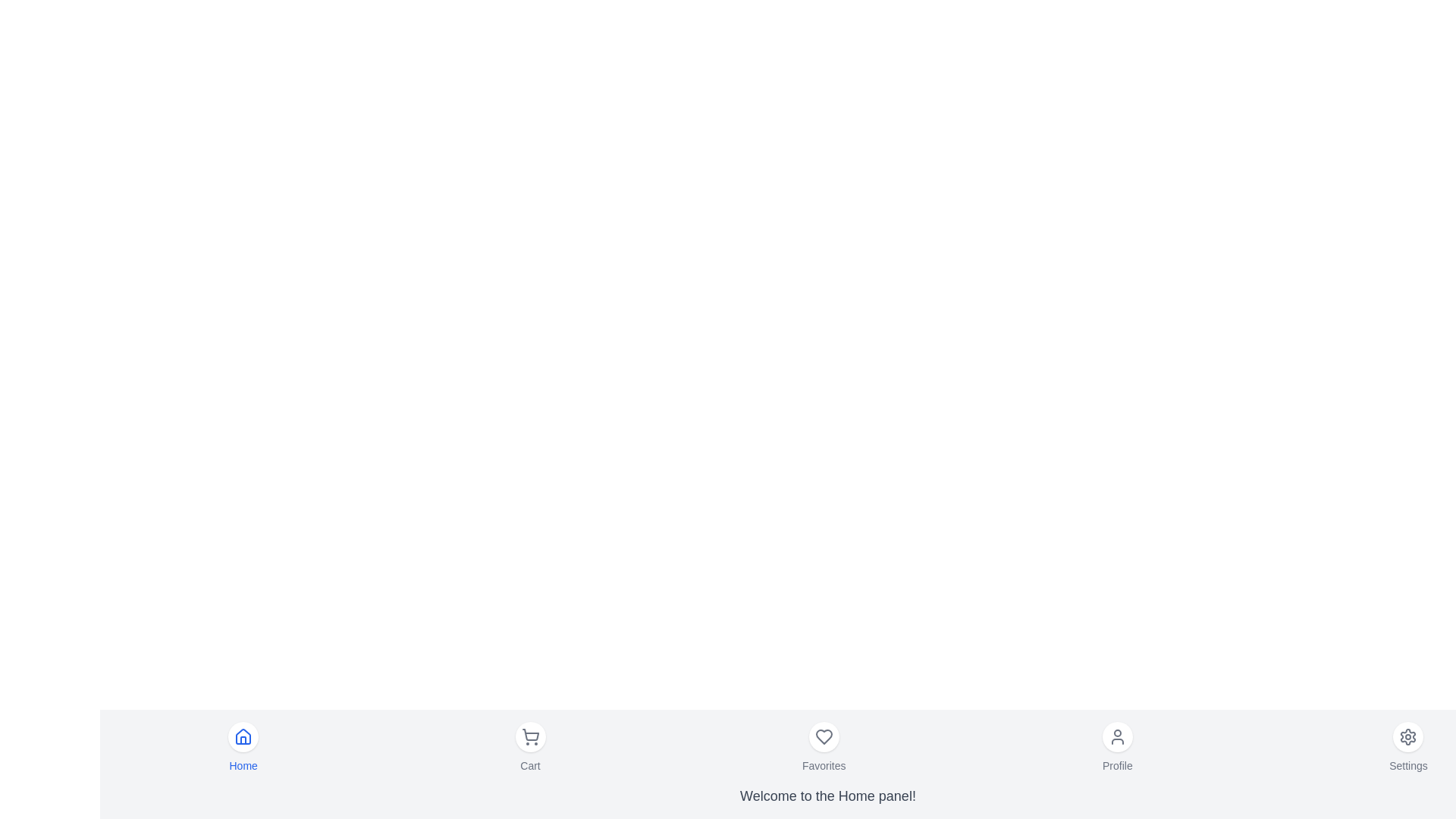 The width and height of the screenshot is (1456, 819). Describe the element at coordinates (243, 747) in the screenshot. I see `the Home menu item to navigate to its respective section` at that location.